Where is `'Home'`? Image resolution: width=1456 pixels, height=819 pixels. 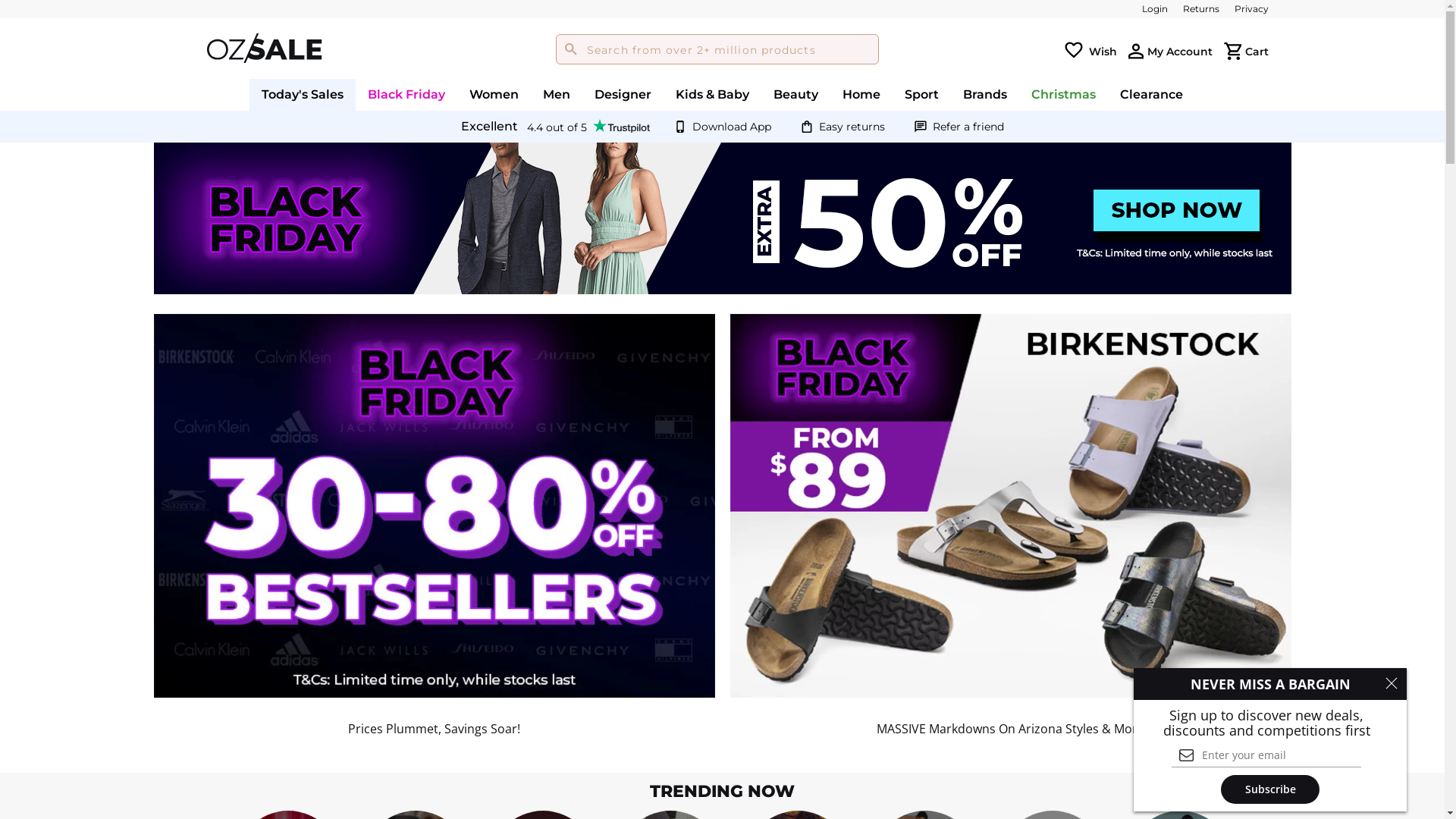 'Home' is located at coordinates (829, 94).